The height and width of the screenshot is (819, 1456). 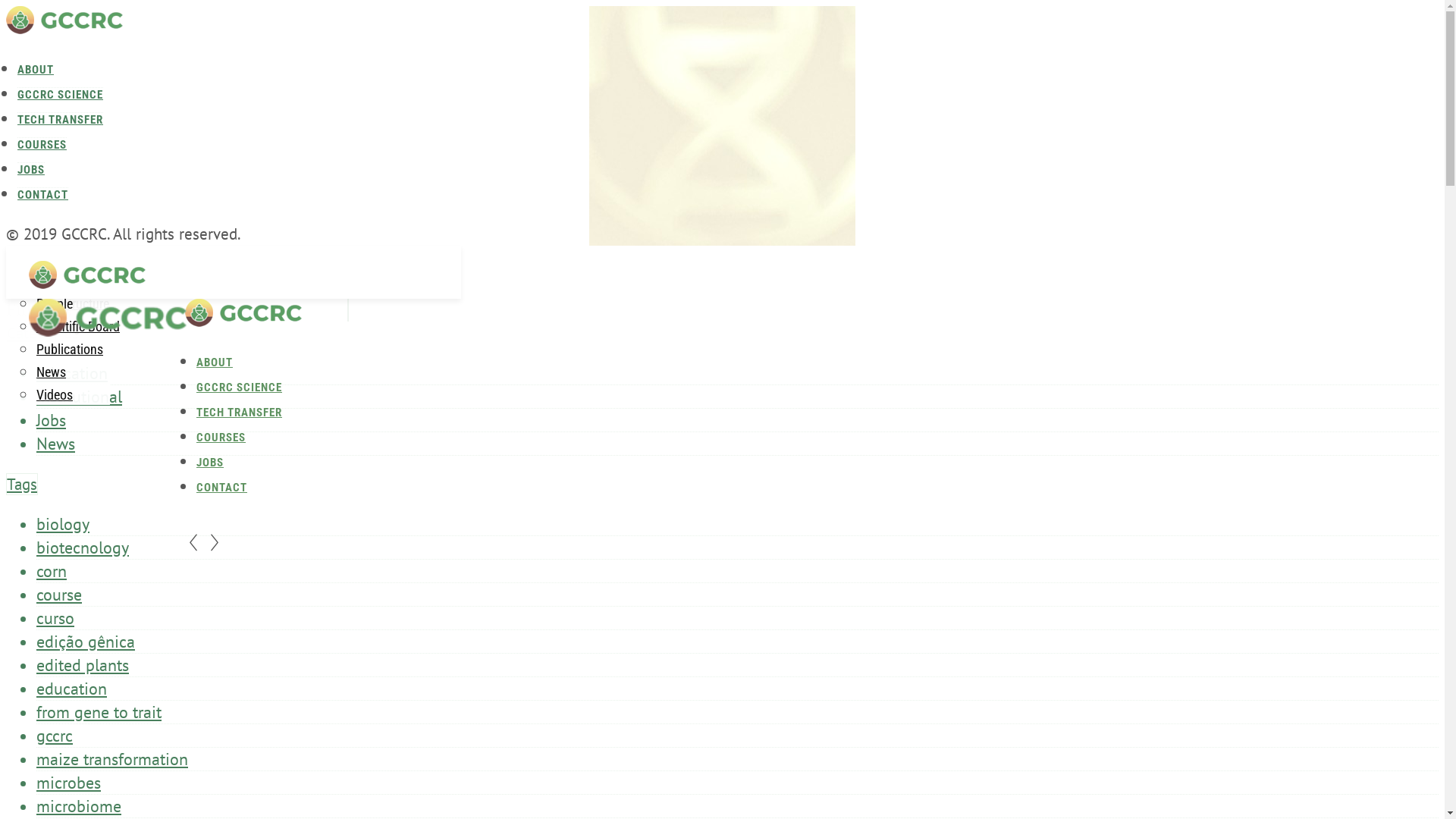 What do you see at coordinates (196, 362) in the screenshot?
I see `'ABOUT'` at bounding box center [196, 362].